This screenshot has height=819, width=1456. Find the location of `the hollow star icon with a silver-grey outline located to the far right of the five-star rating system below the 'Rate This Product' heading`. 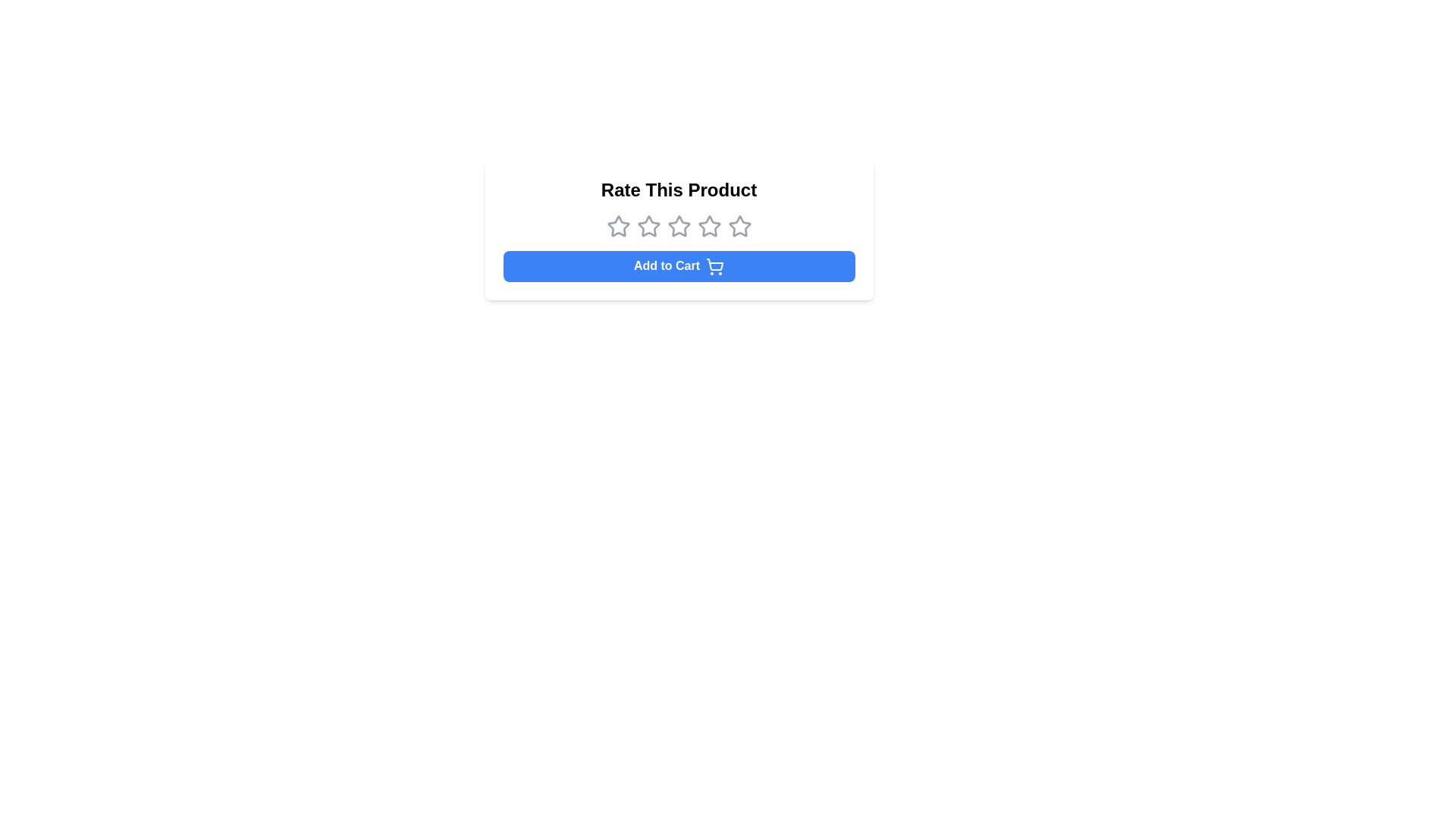

the hollow star icon with a silver-grey outline located to the far right of the five-star rating system below the 'Rate This Product' heading is located at coordinates (739, 227).